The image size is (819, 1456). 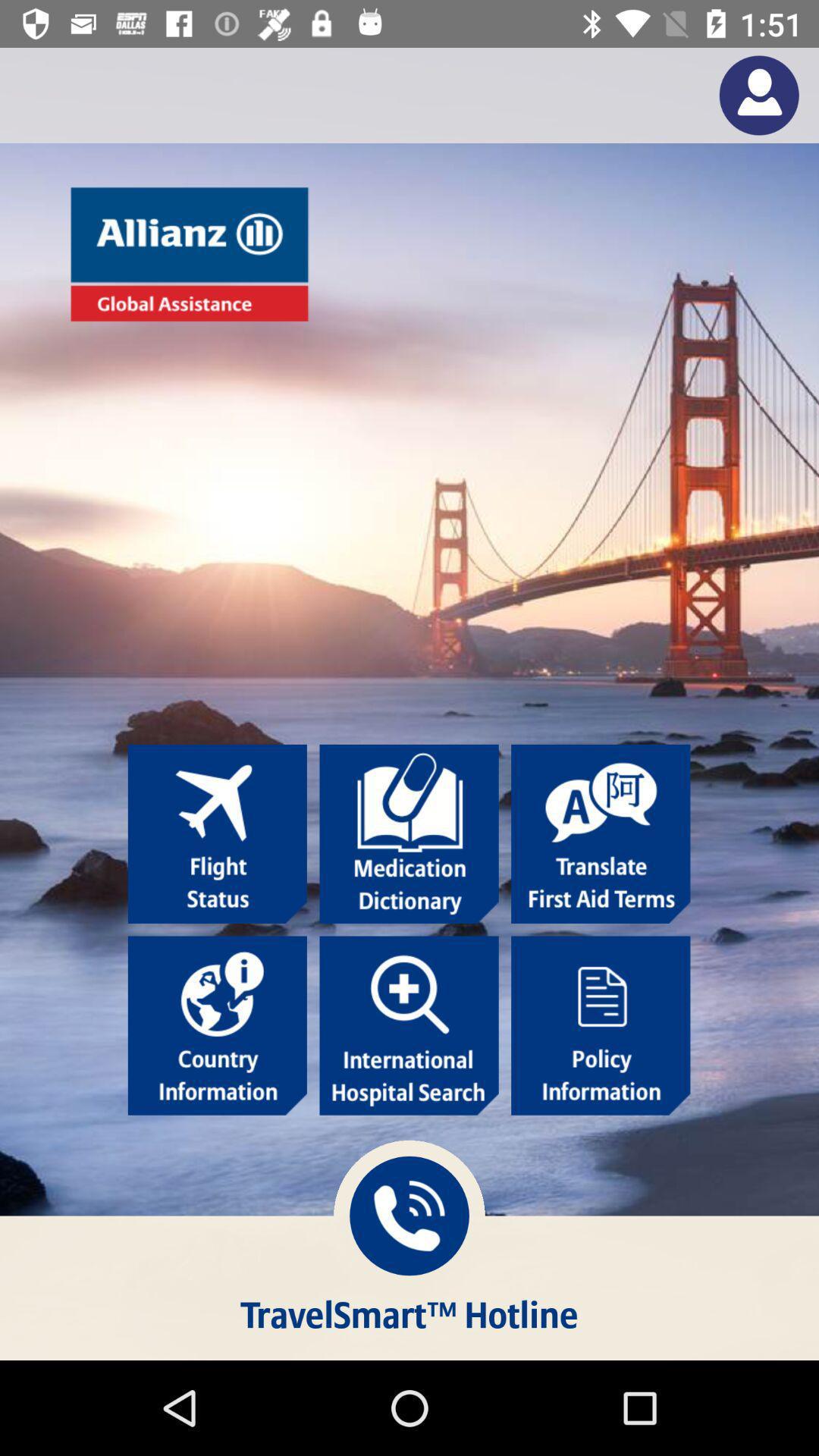 What do you see at coordinates (600, 1025) in the screenshot?
I see `display policy information` at bounding box center [600, 1025].